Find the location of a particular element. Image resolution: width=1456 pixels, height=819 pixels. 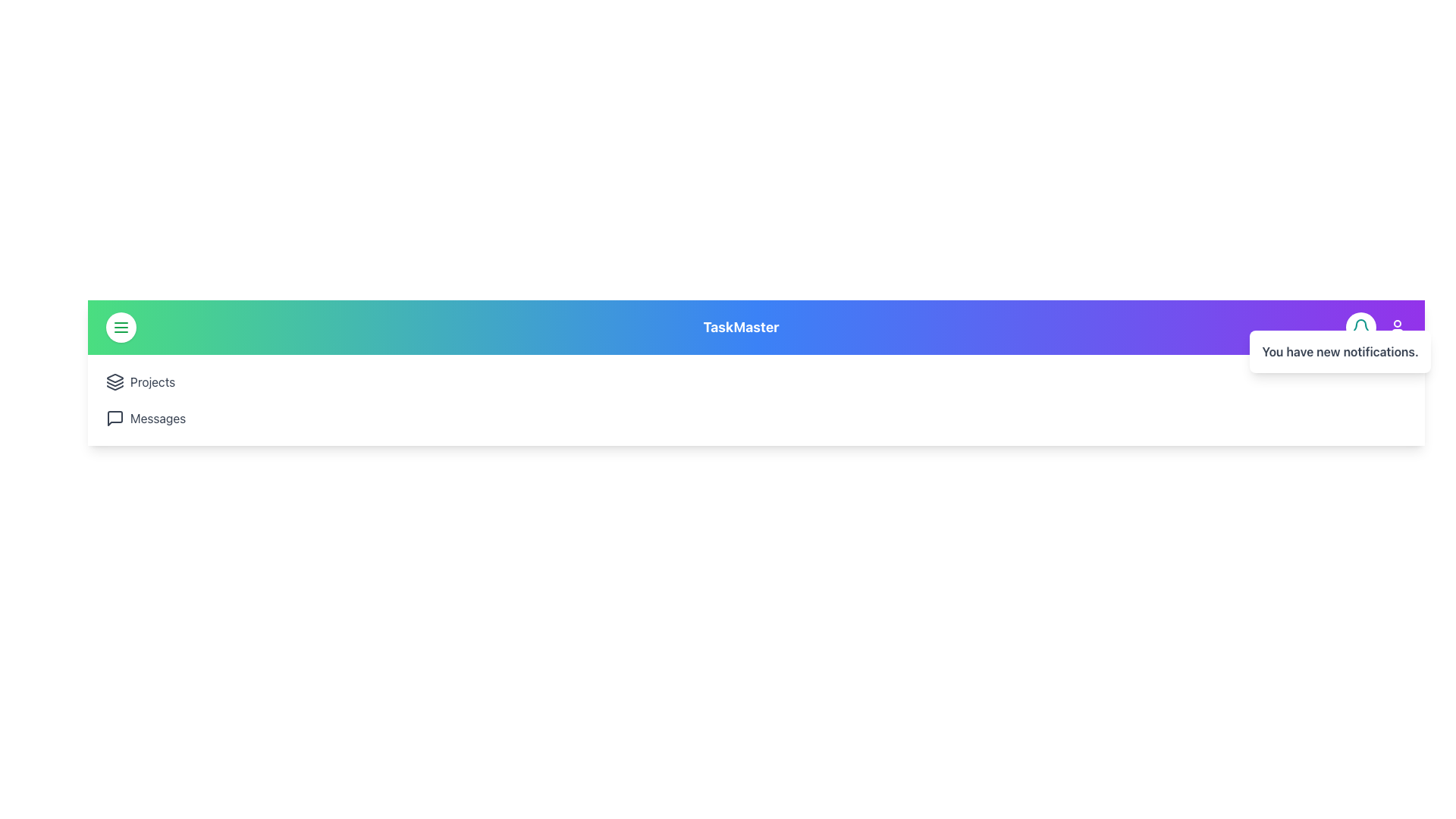

the teal bell-shaped icon located in the upper-right corner of the purple header section is located at coordinates (1361, 325).